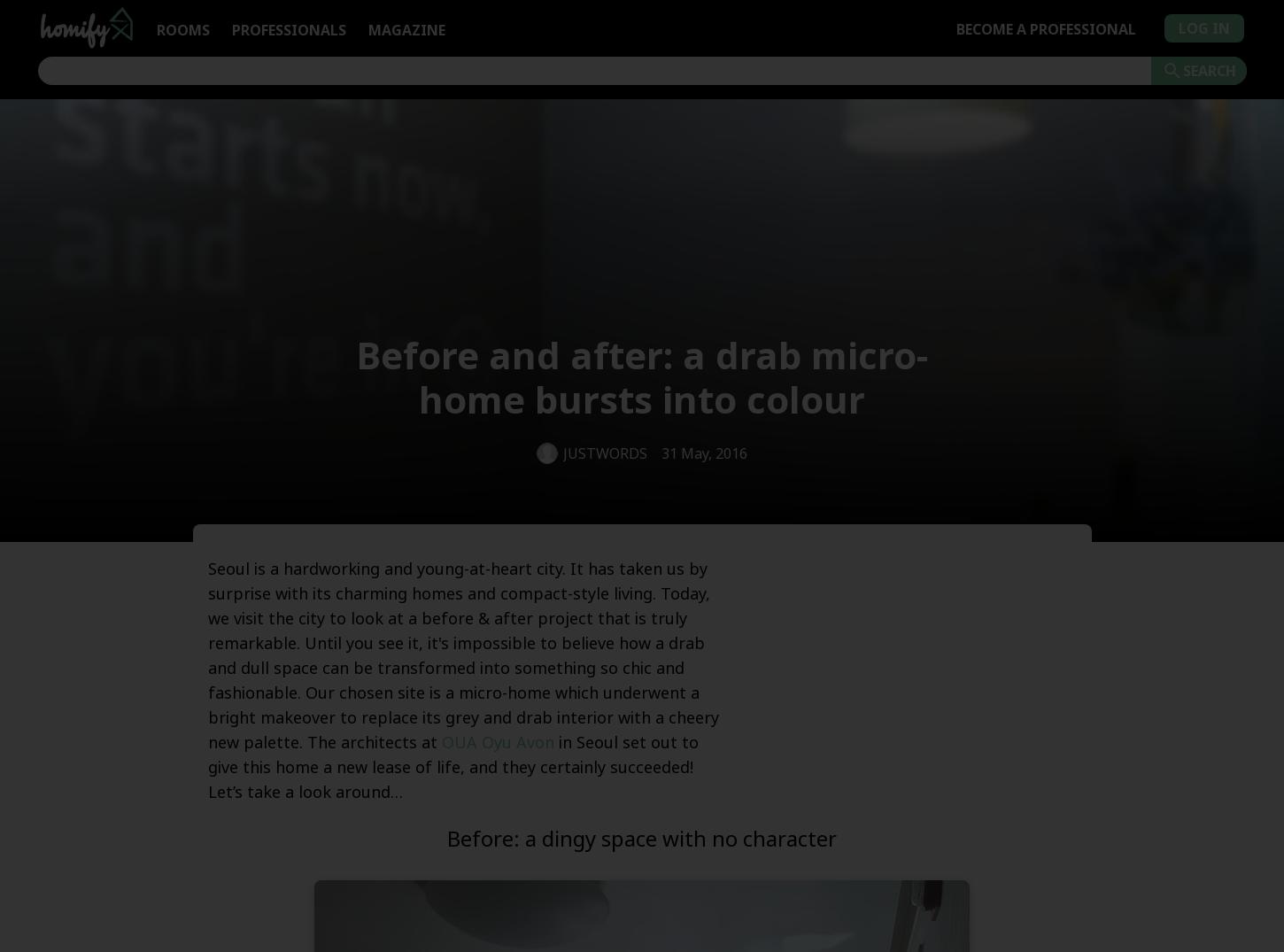  I want to click on 'Seoul is a hardworking and young-at-heart city. It has taken us by surprise with its charming
homes and compact-style living. Today, we visit the city to look at a before & after
project that is truly remarkable. Until you see it, it's impossible to believe how a drab and dull space can be transformed into something so chic and fashionable. Our chosen site is a micro-home which underwent a bright makeover to replace its grey and drab interior with a cheery new palette. The architects at', so click(463, 655).